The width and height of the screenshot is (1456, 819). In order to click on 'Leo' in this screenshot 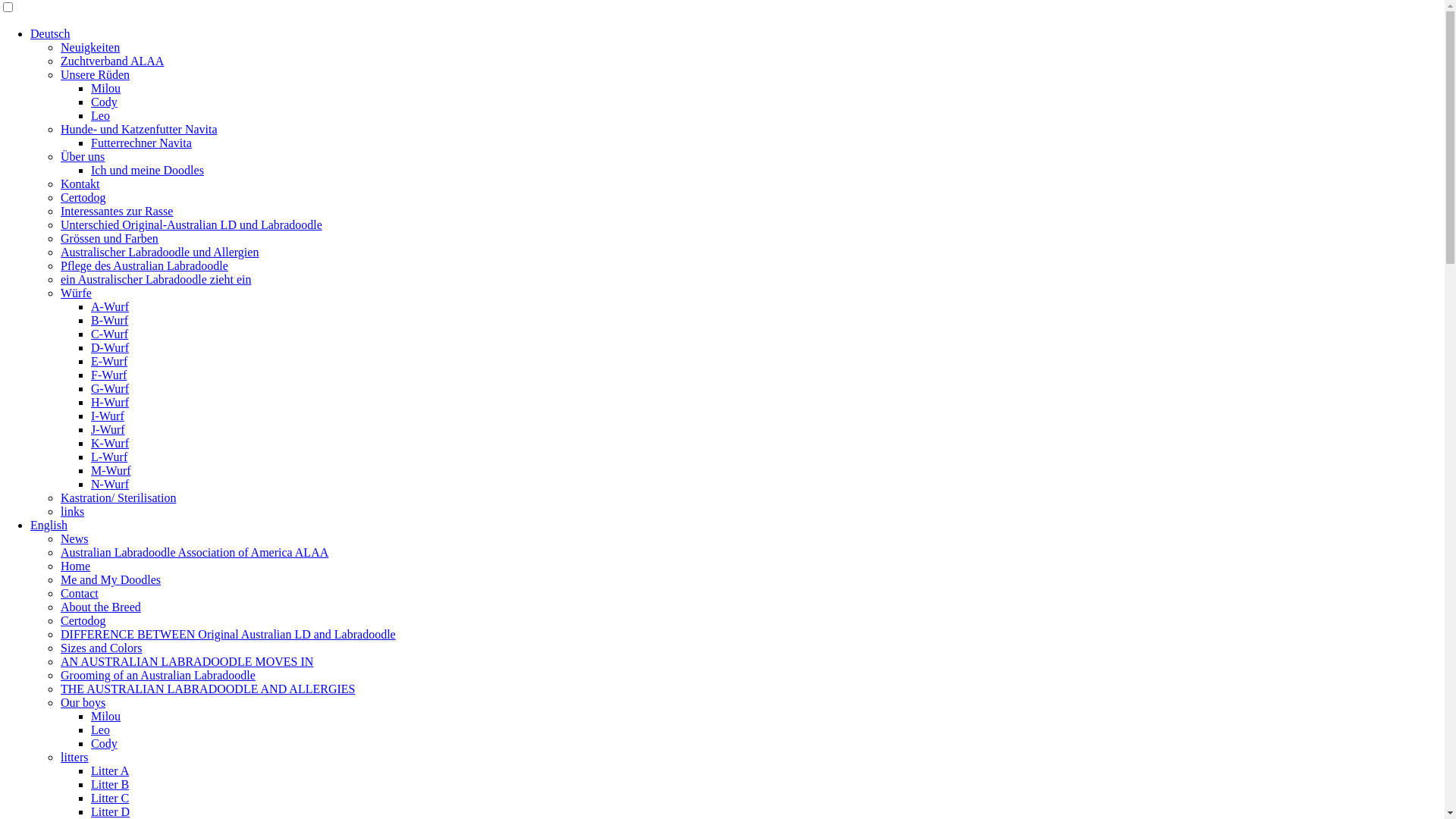, I will do `click(90, 115)`.